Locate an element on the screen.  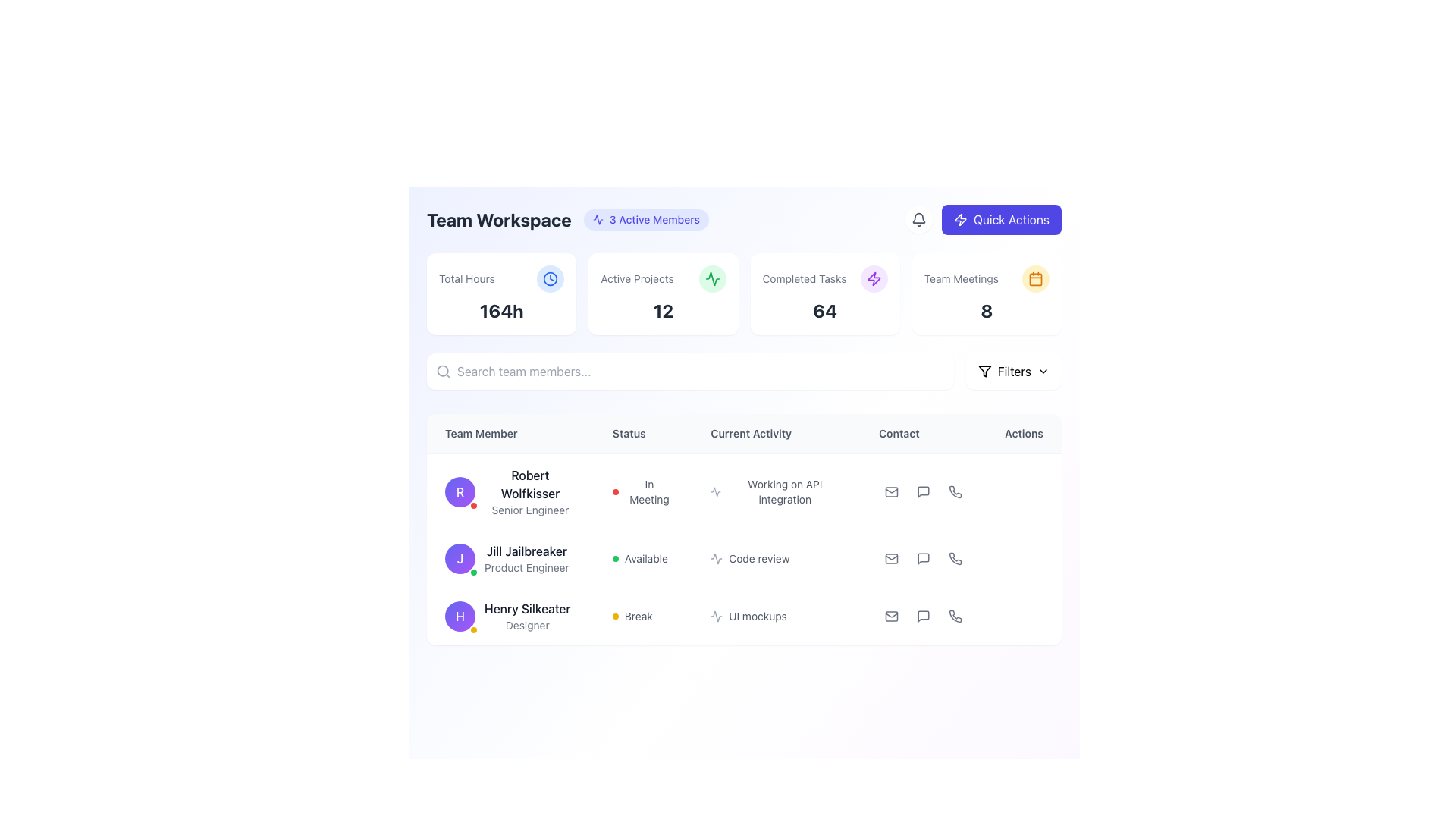
the badge displaying the active member count in the header of the page is located at coordinates (566, 219).